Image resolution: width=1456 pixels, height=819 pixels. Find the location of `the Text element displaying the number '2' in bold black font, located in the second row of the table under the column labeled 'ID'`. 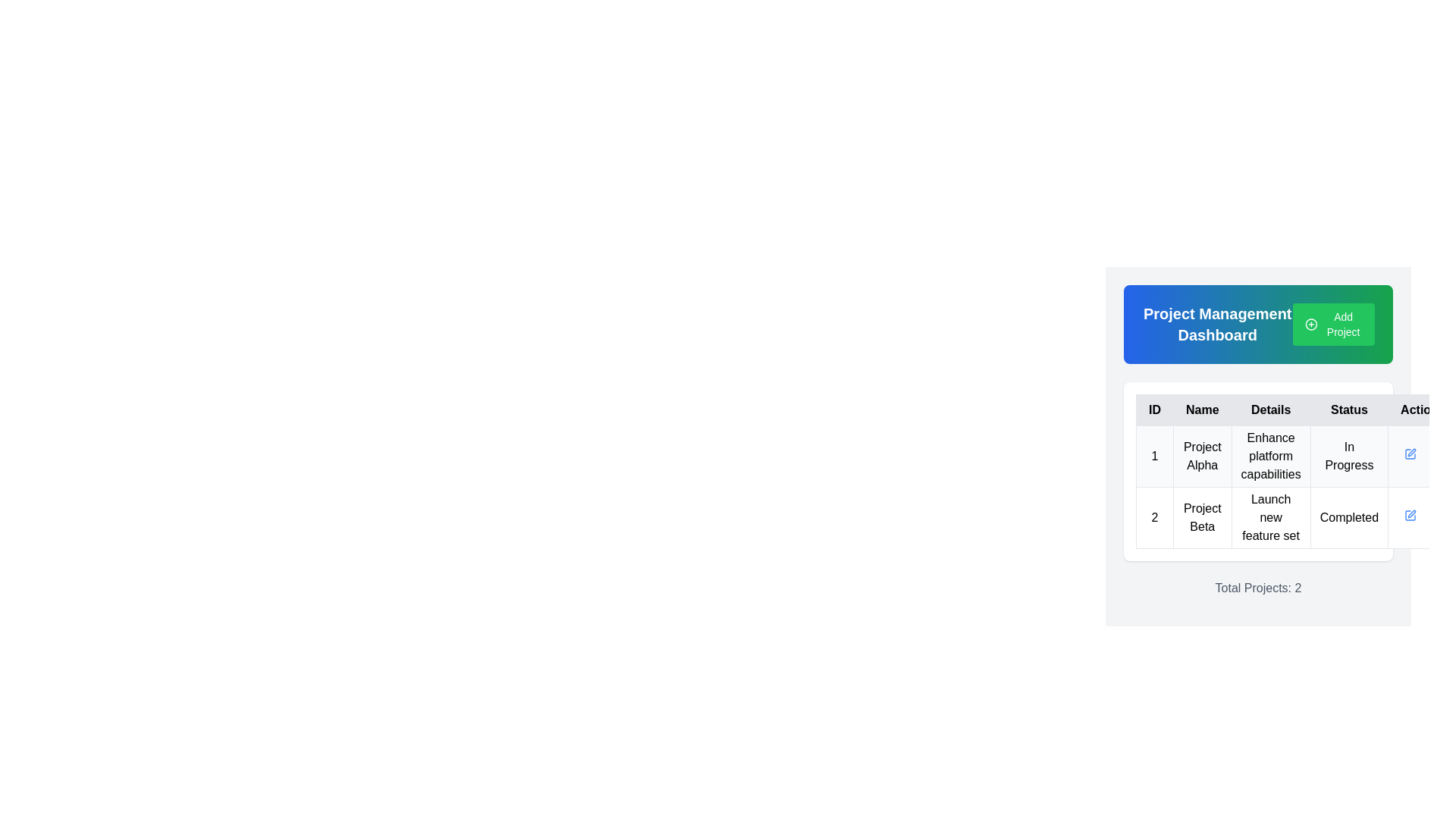

the Text element displaying the number '2' in bold black font, located in the second row of the table under the column labeled 'ID' is located at coordinates (1153, 516).